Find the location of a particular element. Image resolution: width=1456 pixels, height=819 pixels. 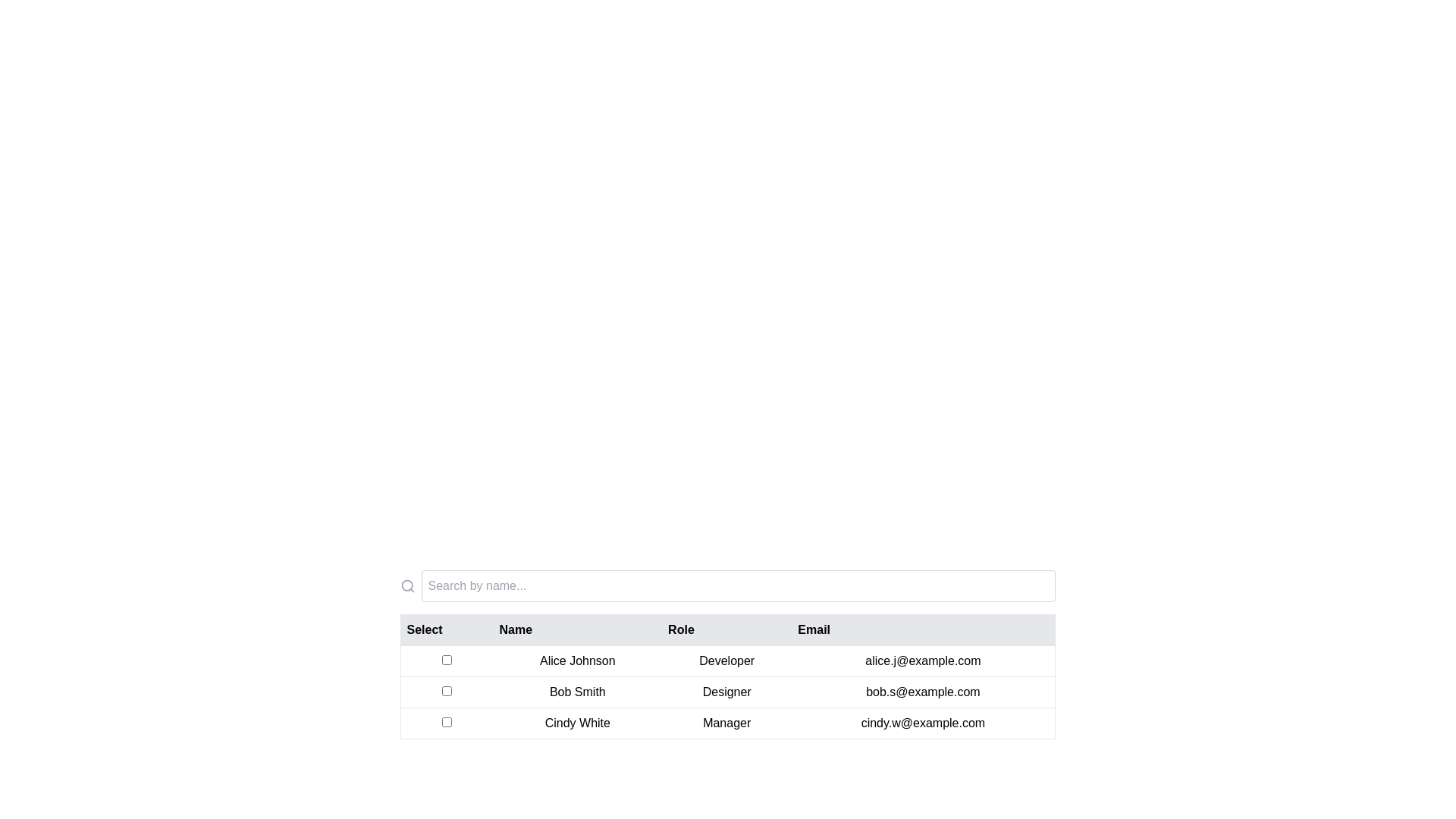

the checkbox in the 'Select' column for Cindy White, which is the third checkbox in the table is located at coordinates (446, 721).